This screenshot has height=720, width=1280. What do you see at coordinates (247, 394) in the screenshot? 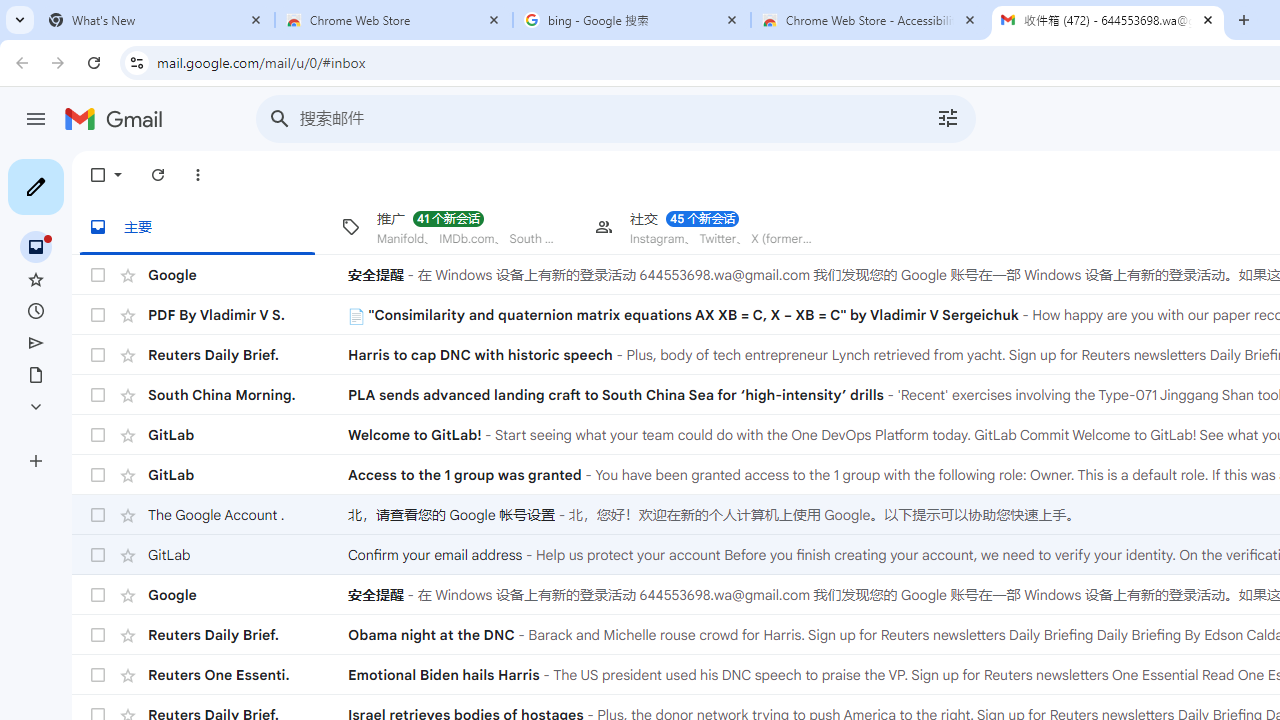
I see `'South China Morning.'` at bounding box center [247, 394].